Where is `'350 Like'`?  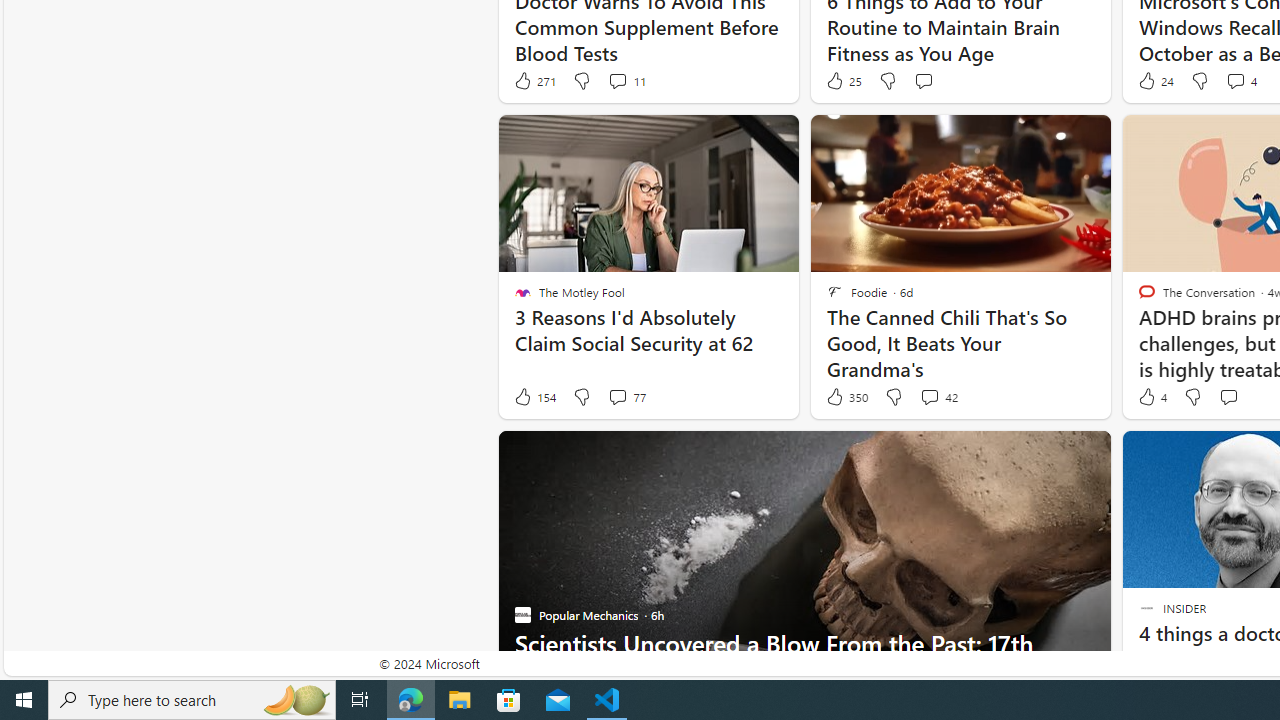
'350 Like' is located at coordinates (846, 397).